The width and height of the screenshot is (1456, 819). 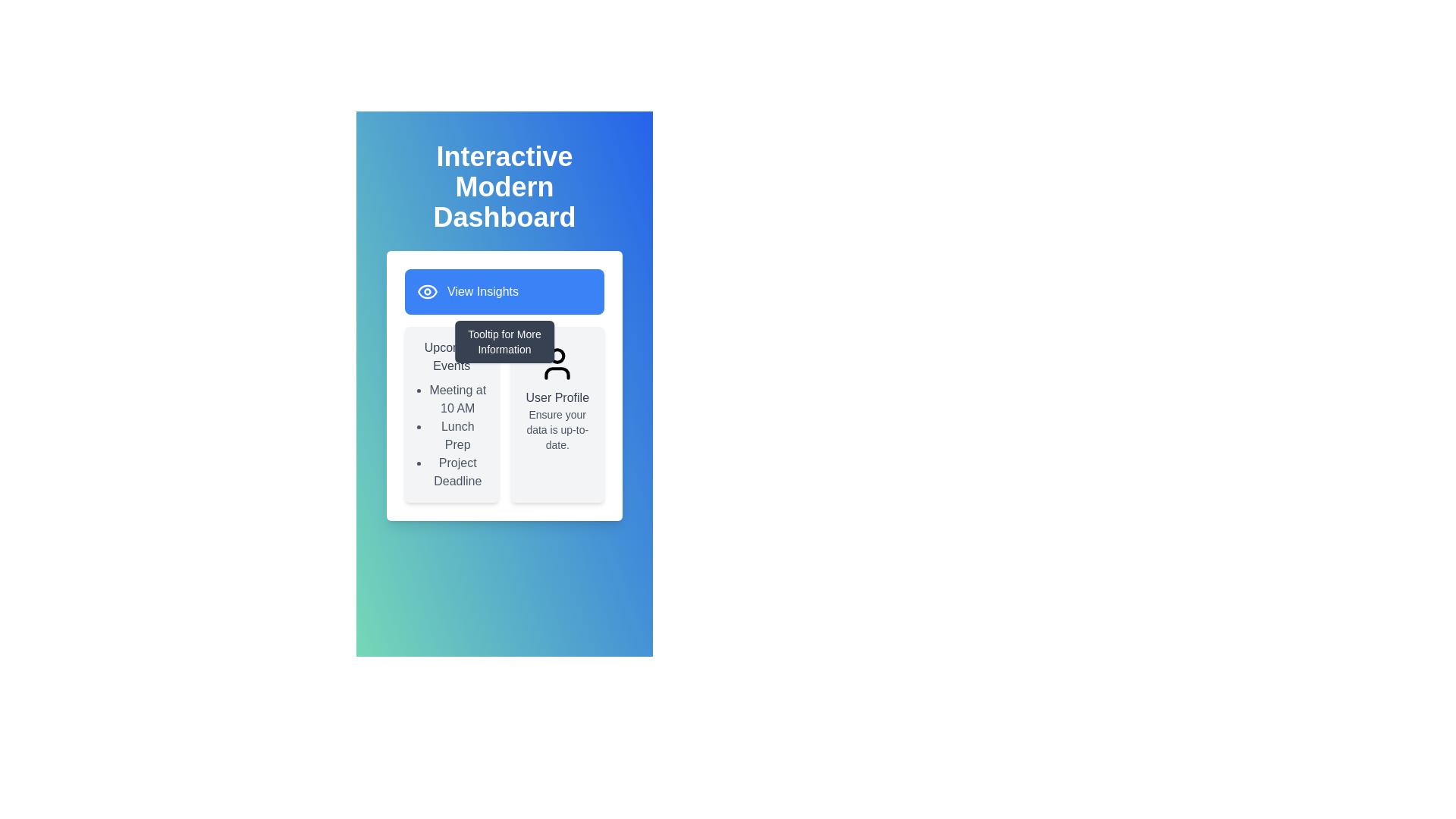 I want to click on the circular element representing the head in the avatar icon of the user profile, which is part of a card labeled 'User Profile' in the second column of the layout, so click(x=557, y=356).